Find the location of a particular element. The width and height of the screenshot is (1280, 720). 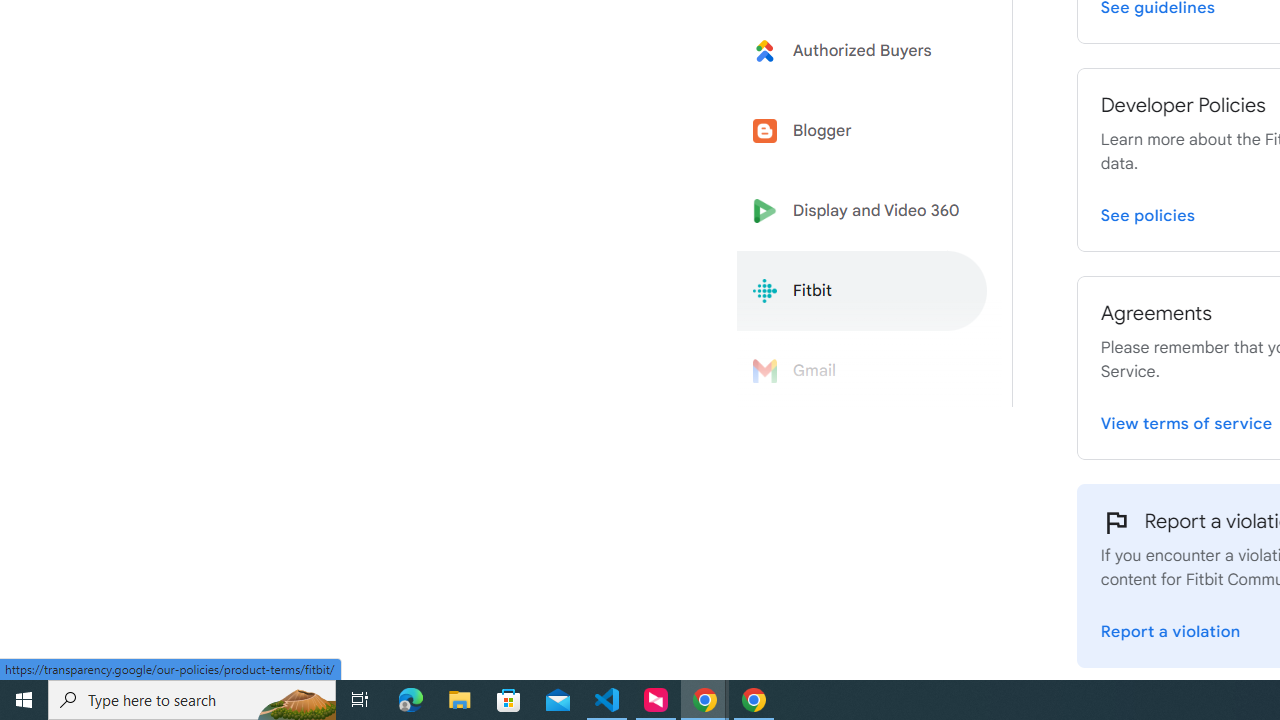

'Learn more about Authorized Buyers' is located at coordinates (862, 49).